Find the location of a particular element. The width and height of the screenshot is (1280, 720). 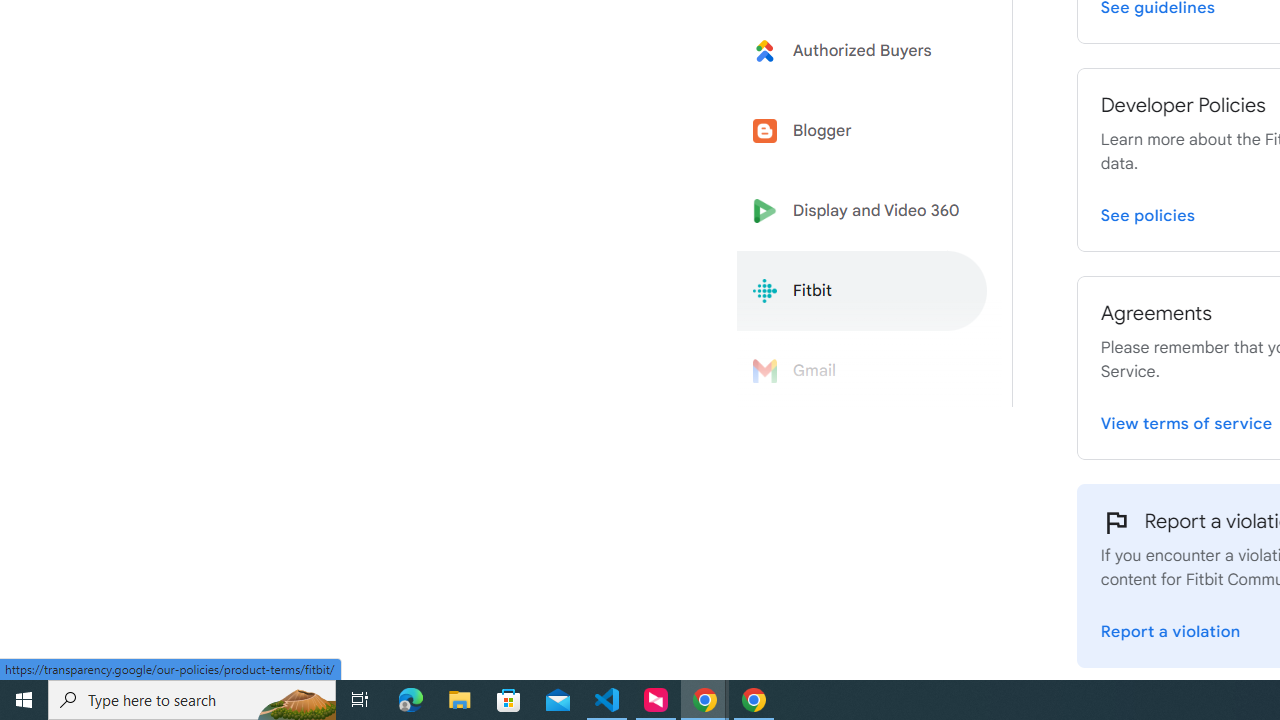

'Learn more about Authorized Buyers' is located at coordinates (862, 49).